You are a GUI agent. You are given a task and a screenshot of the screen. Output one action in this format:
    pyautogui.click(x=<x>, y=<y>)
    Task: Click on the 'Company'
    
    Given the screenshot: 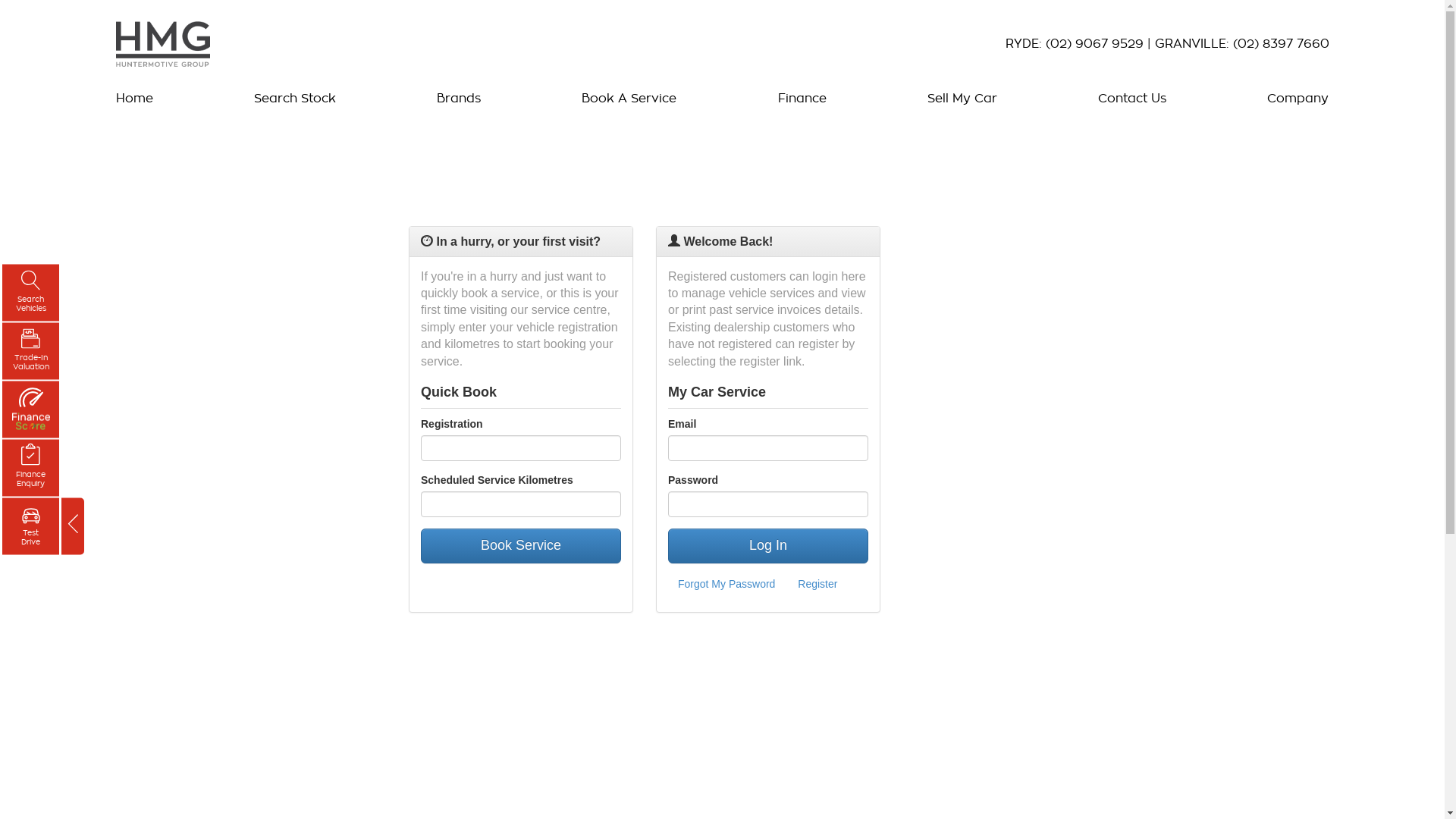 What is the action you would take?
    pyautogui.click(x=1293, y=99)
    